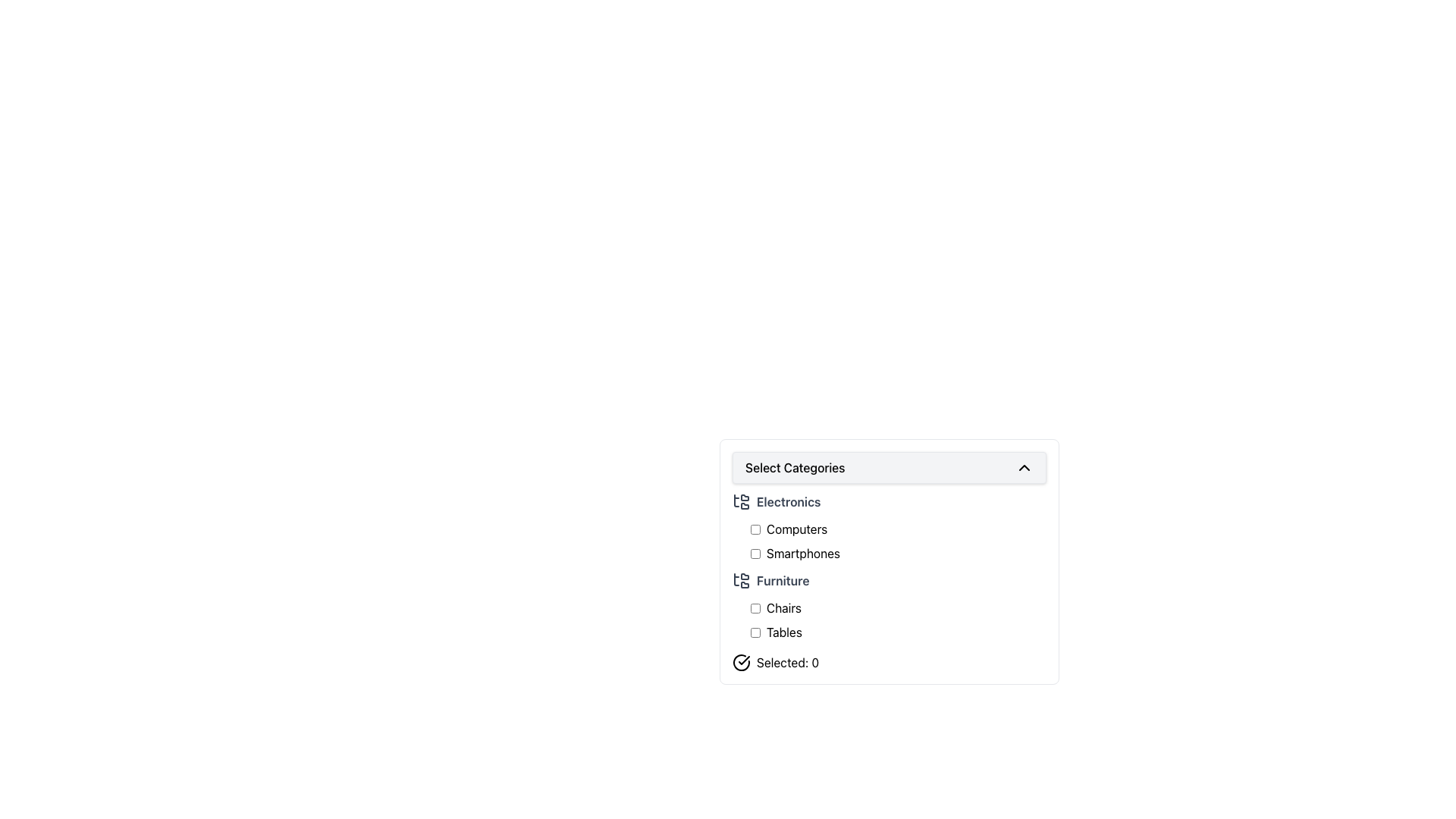 The width and height of the screenshot is (1456, 819). I want to click on the folder-tree icon representing the 'Electronics' category, which visually indicates its hierarchical nature, located immediately before the text 'Electronics', so click(742, 502).